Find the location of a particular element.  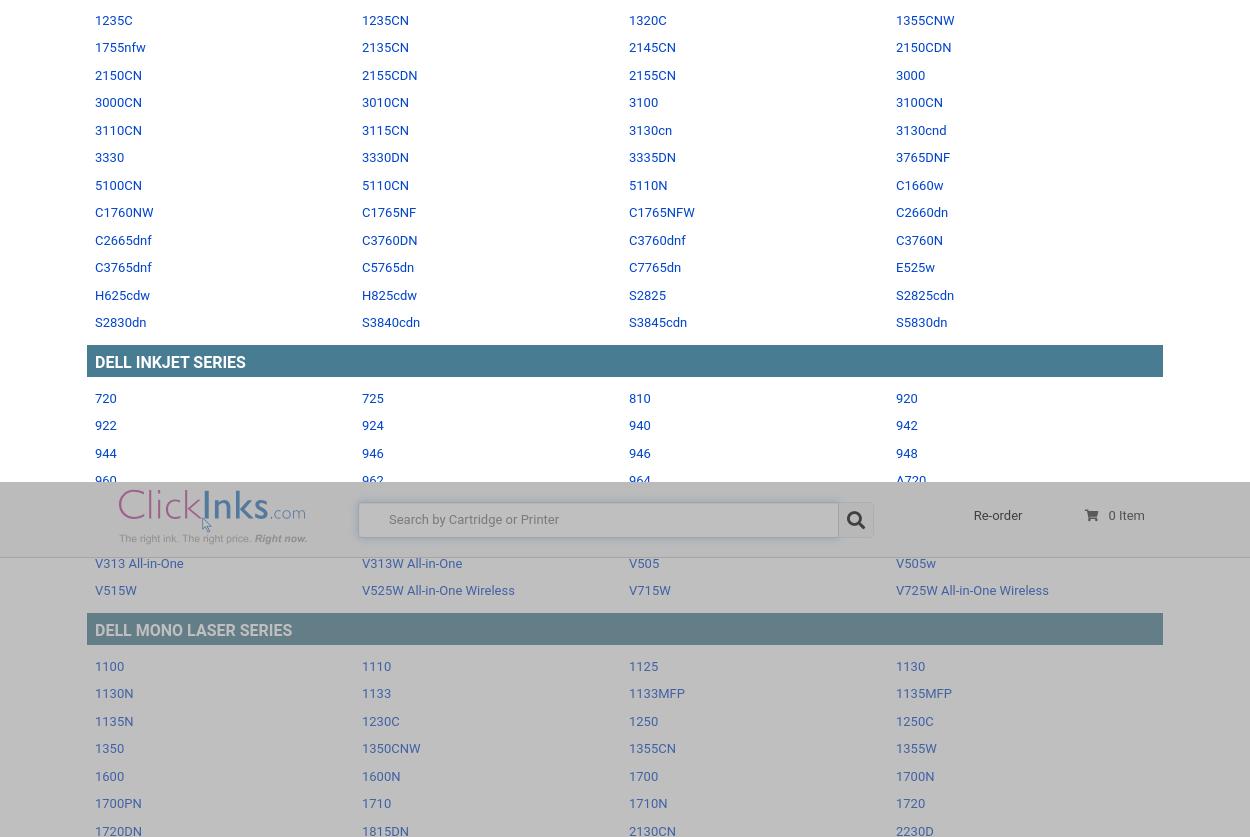

'Dell ink coupon codes' is located at coordinates (281, 678).